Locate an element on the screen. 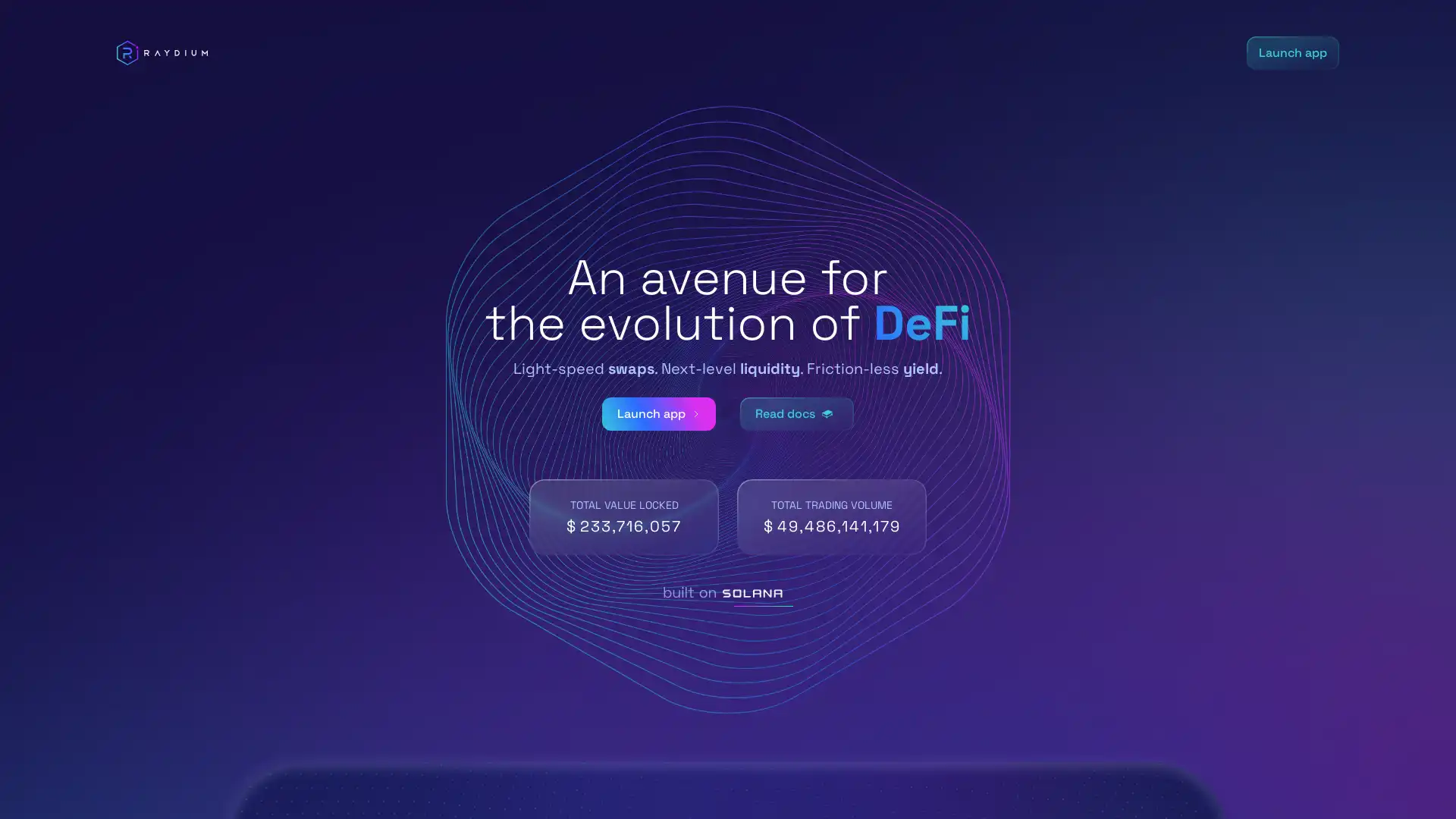  Launch app is located at coordinates (1291, 52).